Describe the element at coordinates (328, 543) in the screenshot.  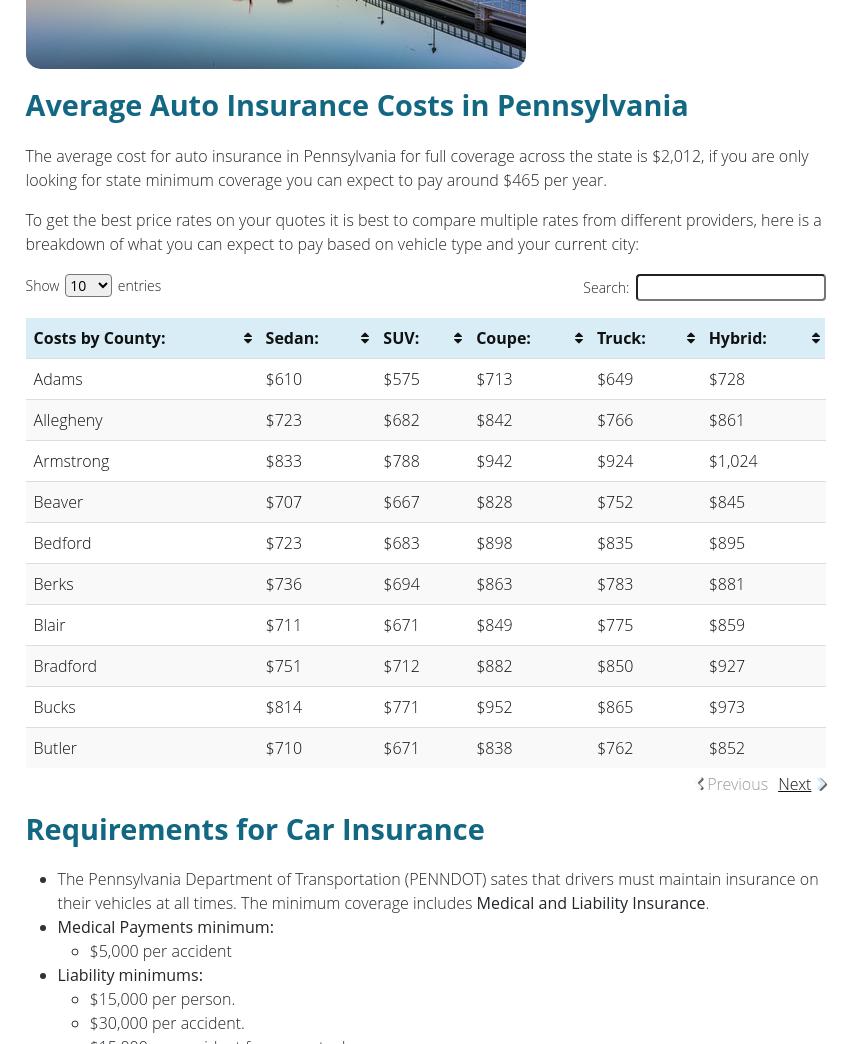
I see `'Terms & Conditions'` at that location.